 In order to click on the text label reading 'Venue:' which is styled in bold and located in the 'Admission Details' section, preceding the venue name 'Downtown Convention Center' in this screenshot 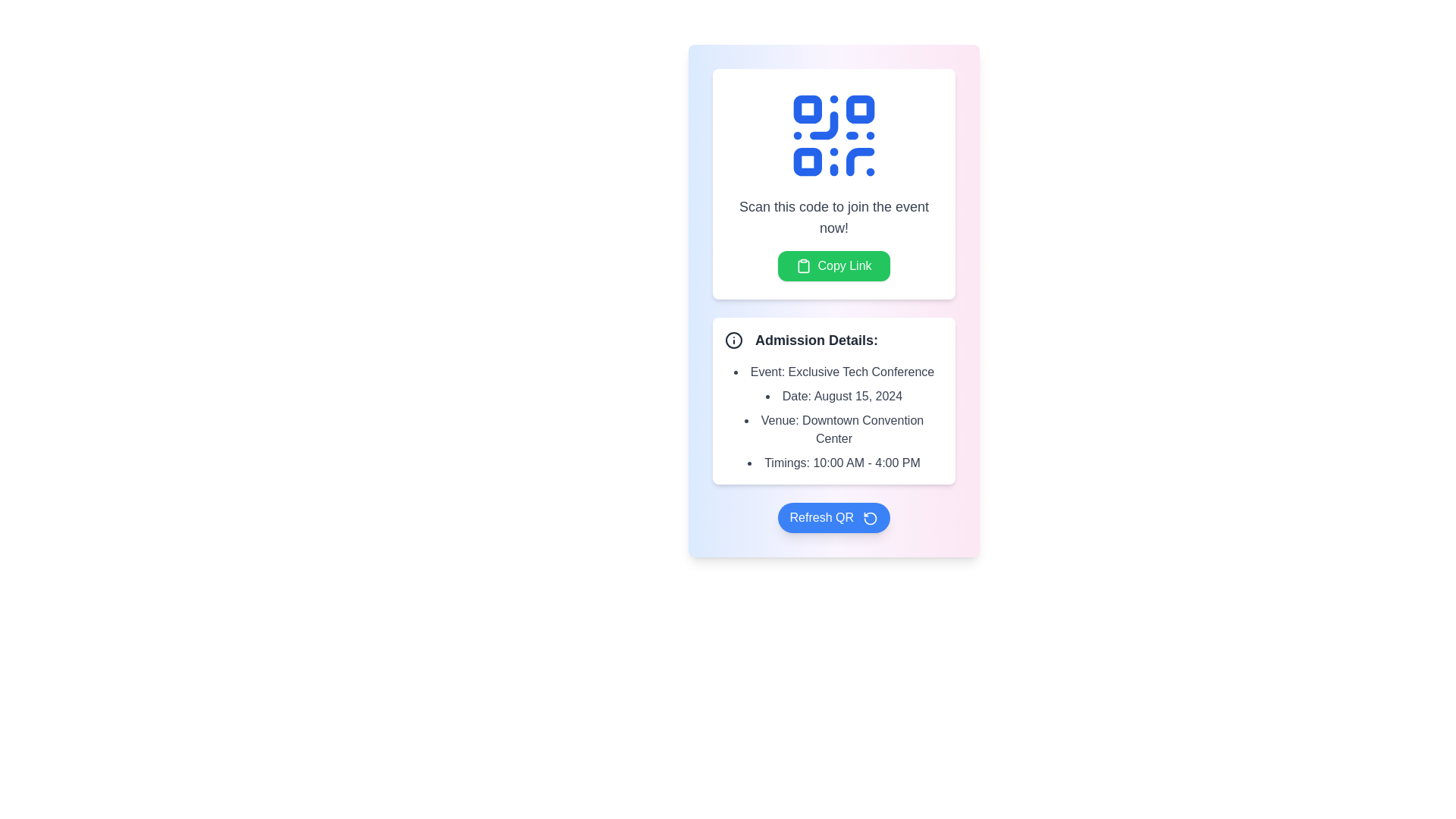, I will do `click(780, 420)`.